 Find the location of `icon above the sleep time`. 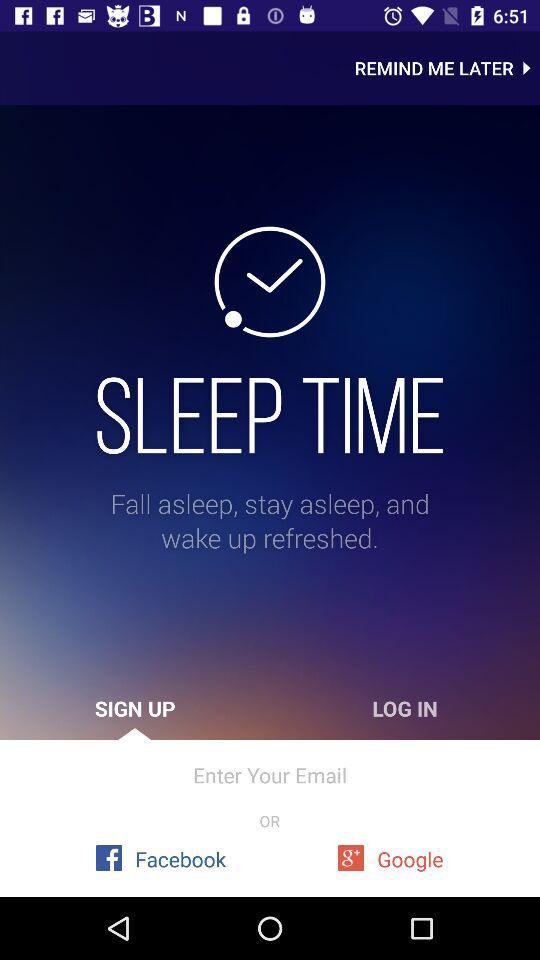

icon above the sleep time is located at coordinates (447, 68).